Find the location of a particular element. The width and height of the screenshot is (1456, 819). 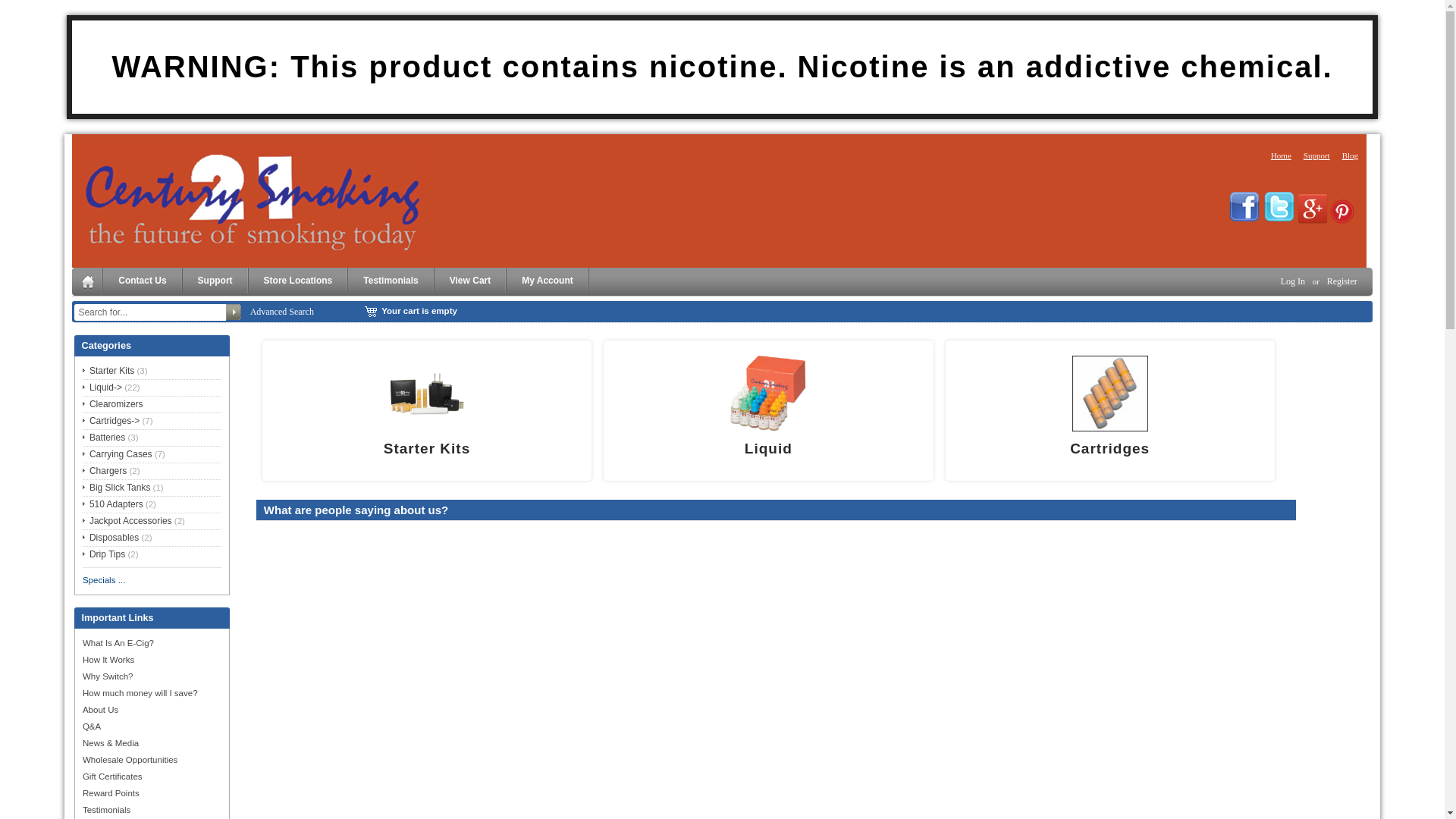

'News & Media' is located at coordinates (82, 742).